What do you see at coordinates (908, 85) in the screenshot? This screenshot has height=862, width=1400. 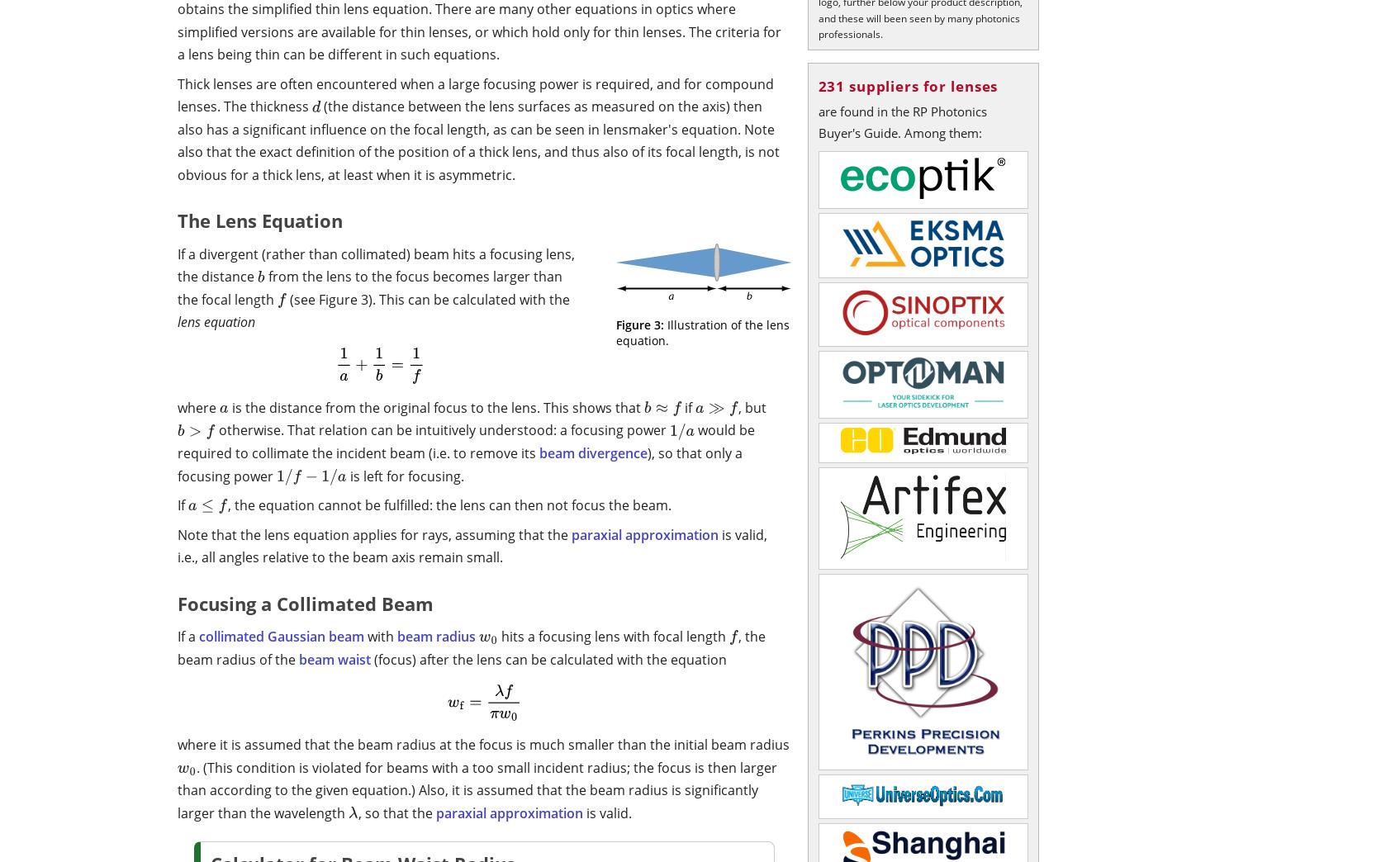 I see `'231 suppliers for lenses'` at bounding box center [908, 85].